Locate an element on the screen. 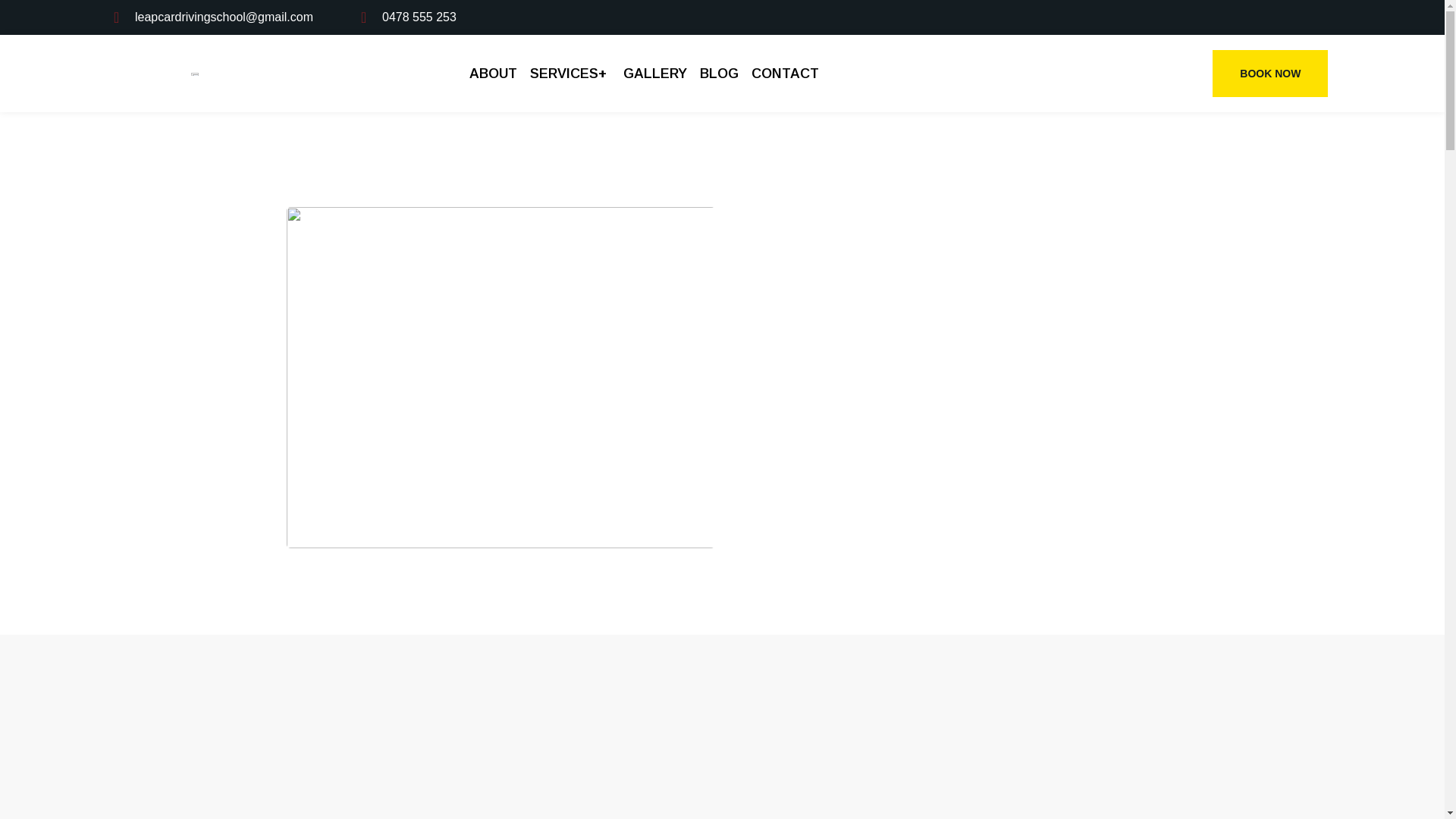  'BOOK NOW' is located at coordinates (1270, 73).